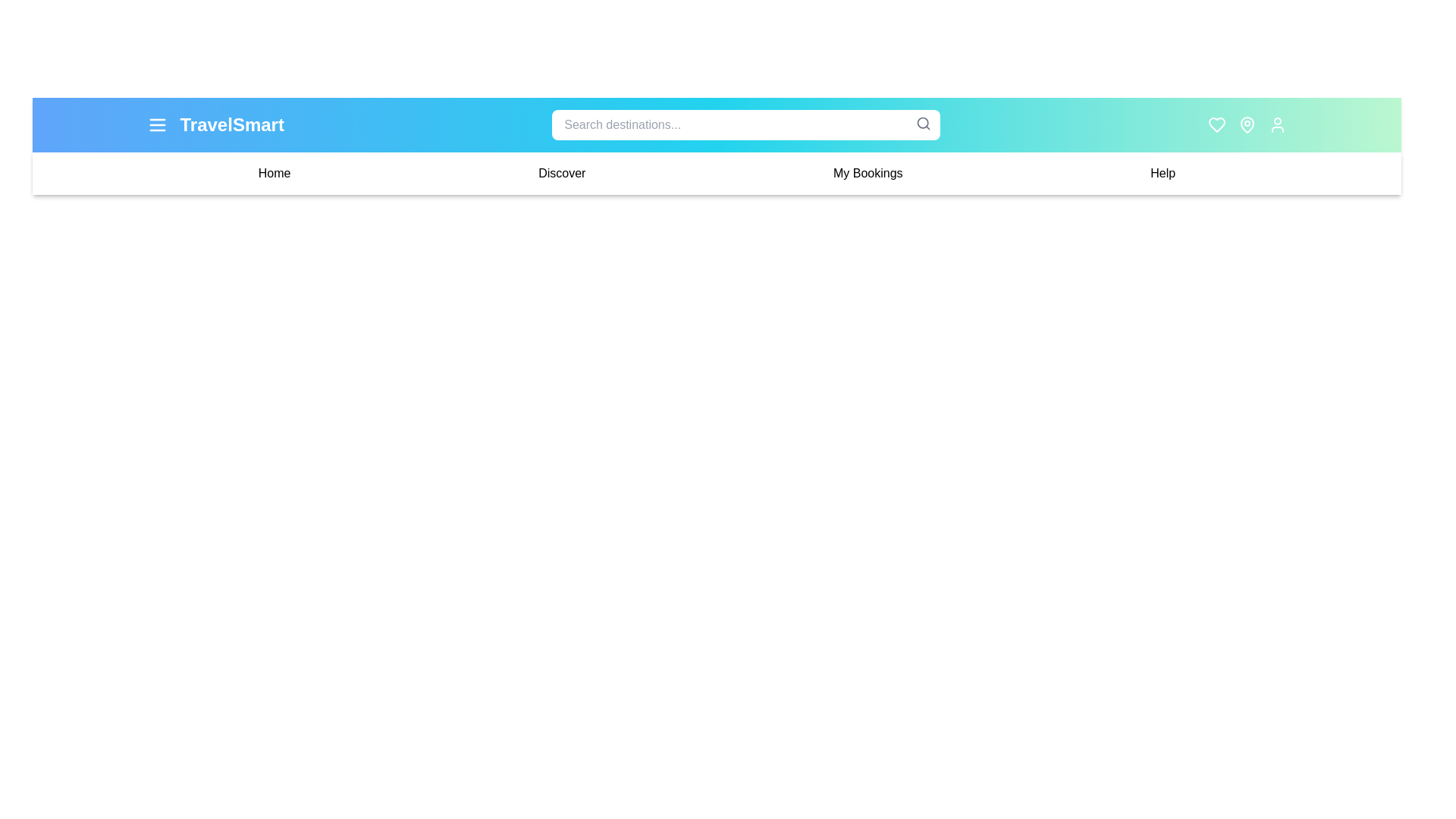 Image resolution: width=1456 pixels, height=819 pixels. What do you see at coordinates (868, 172) in the screenshot?
I see `the navigation link My Bookings to navigate to the corresponding section` at bounding box center [868, 172].